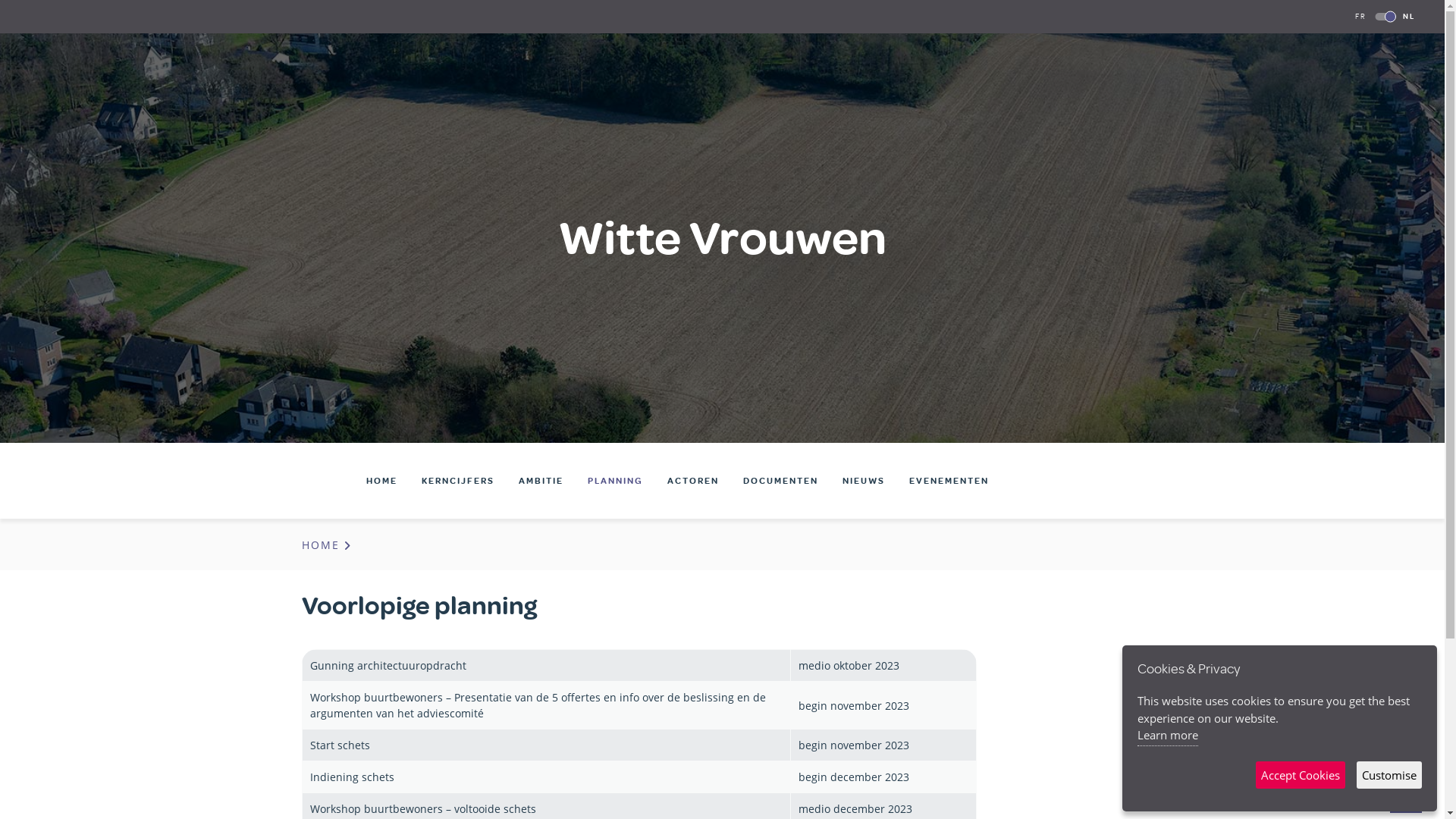 Image resolution: width=1456 pixels, height=819 pixels. What do you see at coordinates (541, 480) in the screenshot?
I see `'AMBITIE'` at bounding box center [541, 480].